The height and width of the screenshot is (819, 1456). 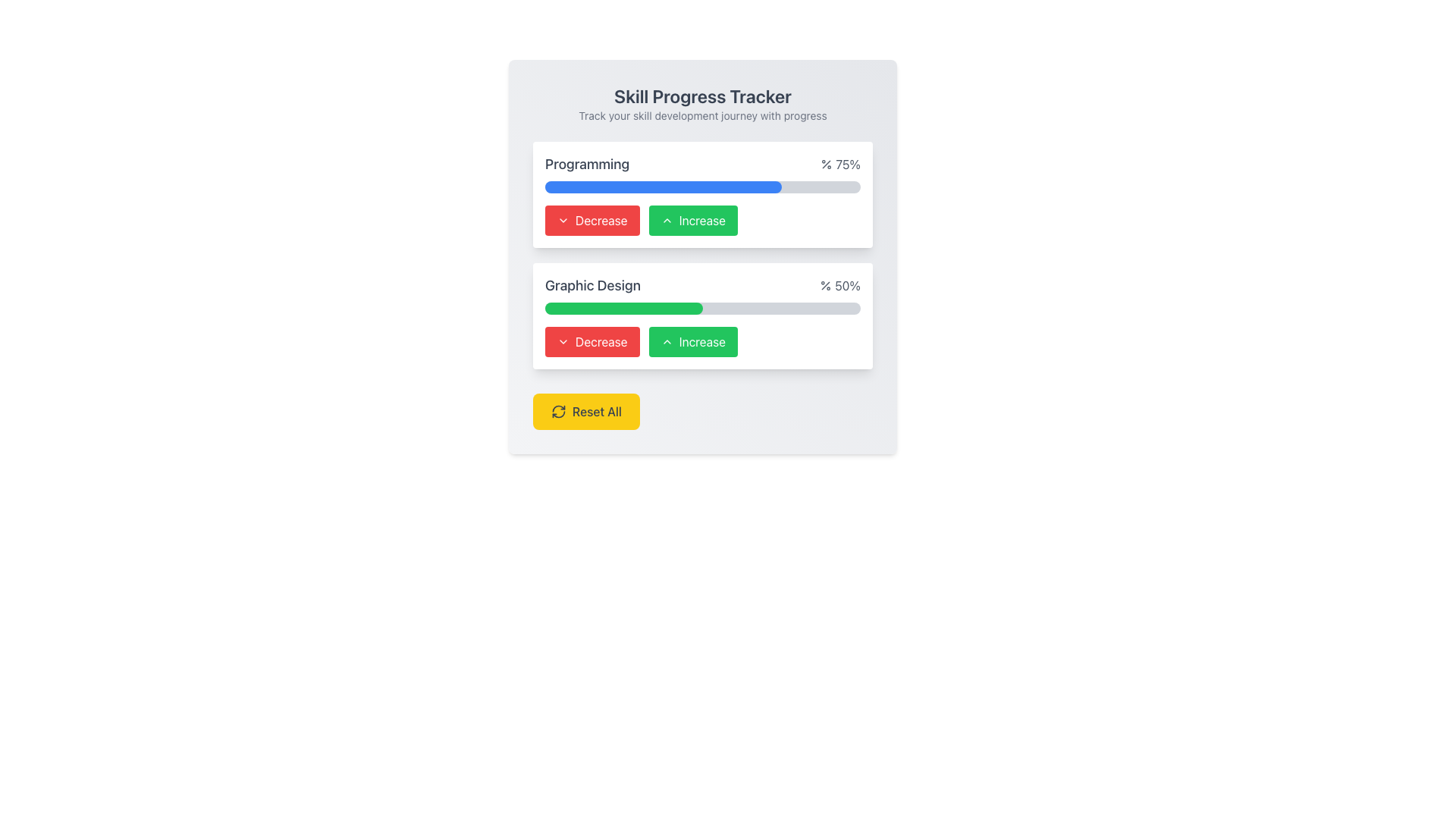 I want to click on the horizontal progress bar indicating 50% completion, located under the 'Graphic Design' header, so click(x=701, y=308).